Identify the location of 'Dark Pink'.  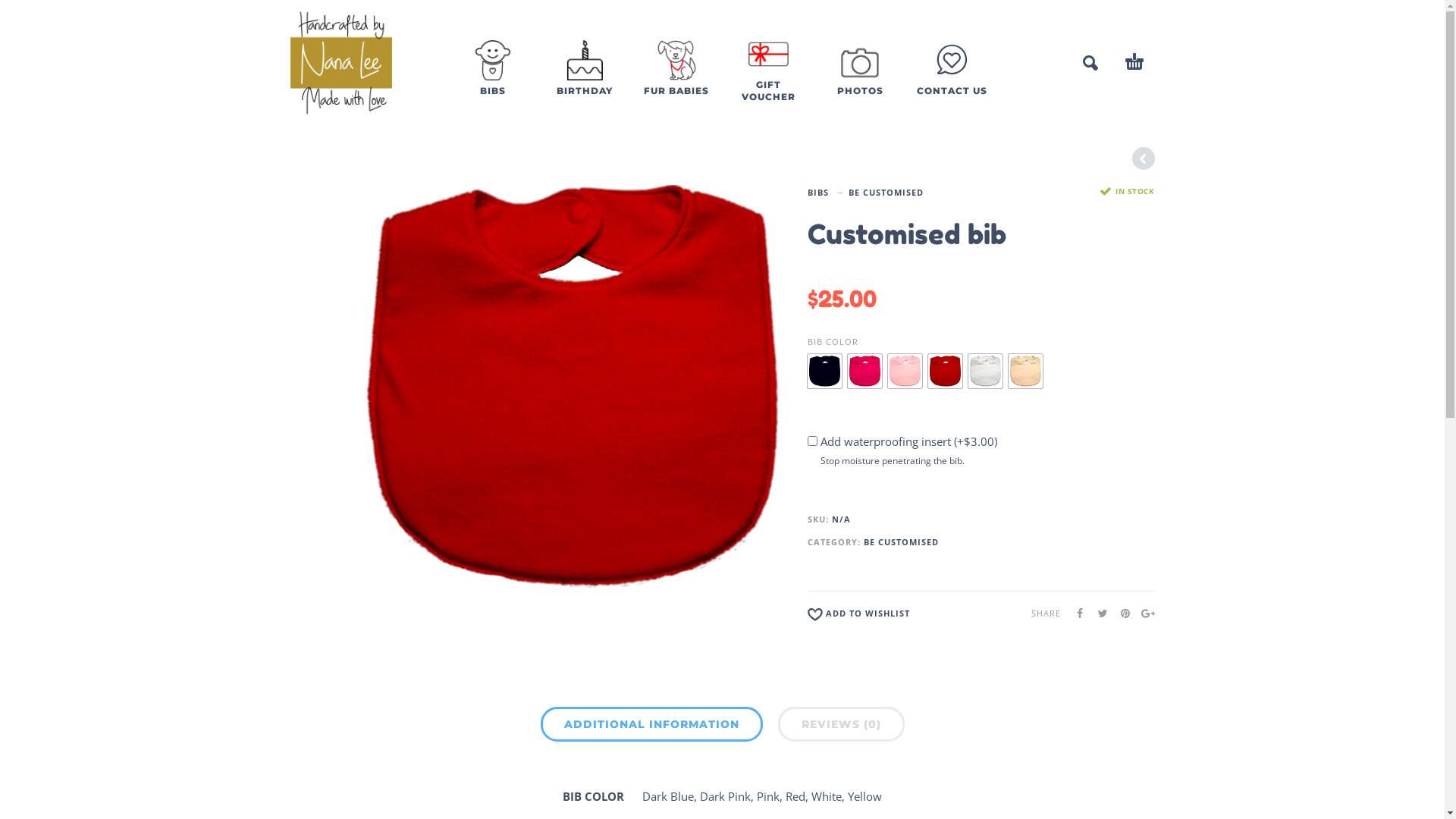
(864, 371).